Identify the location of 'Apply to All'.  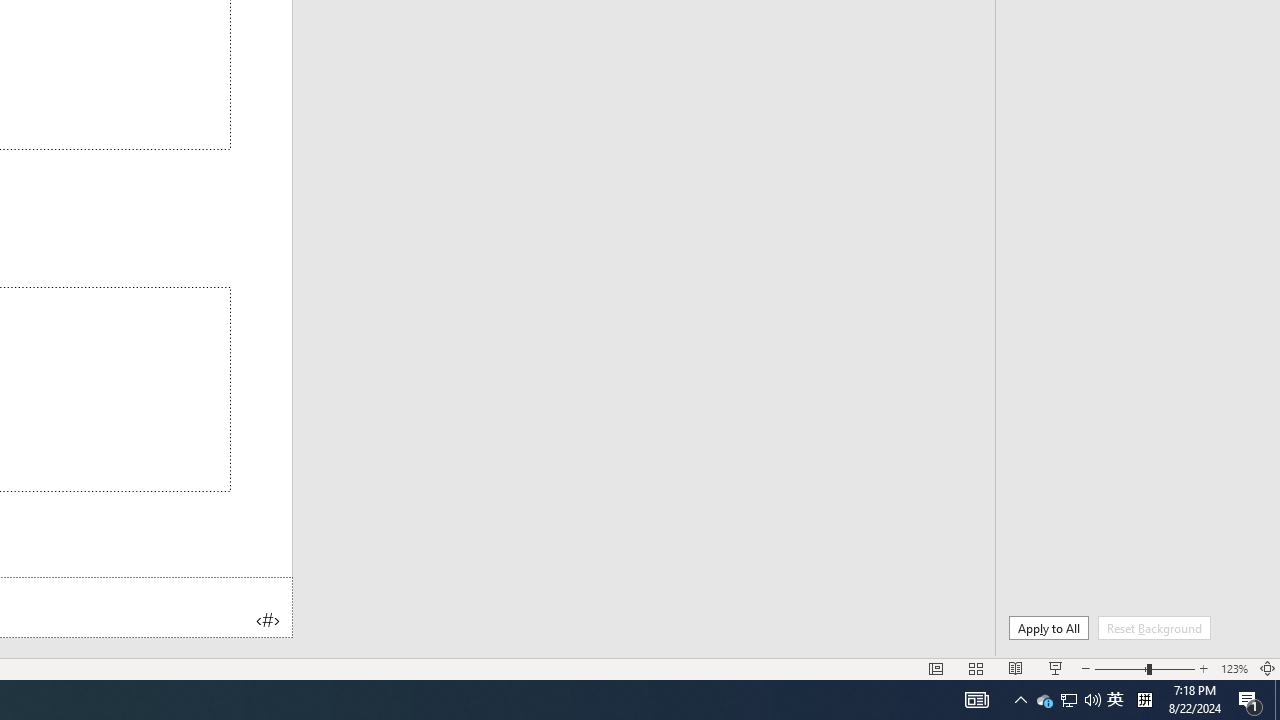
(1047, 627).